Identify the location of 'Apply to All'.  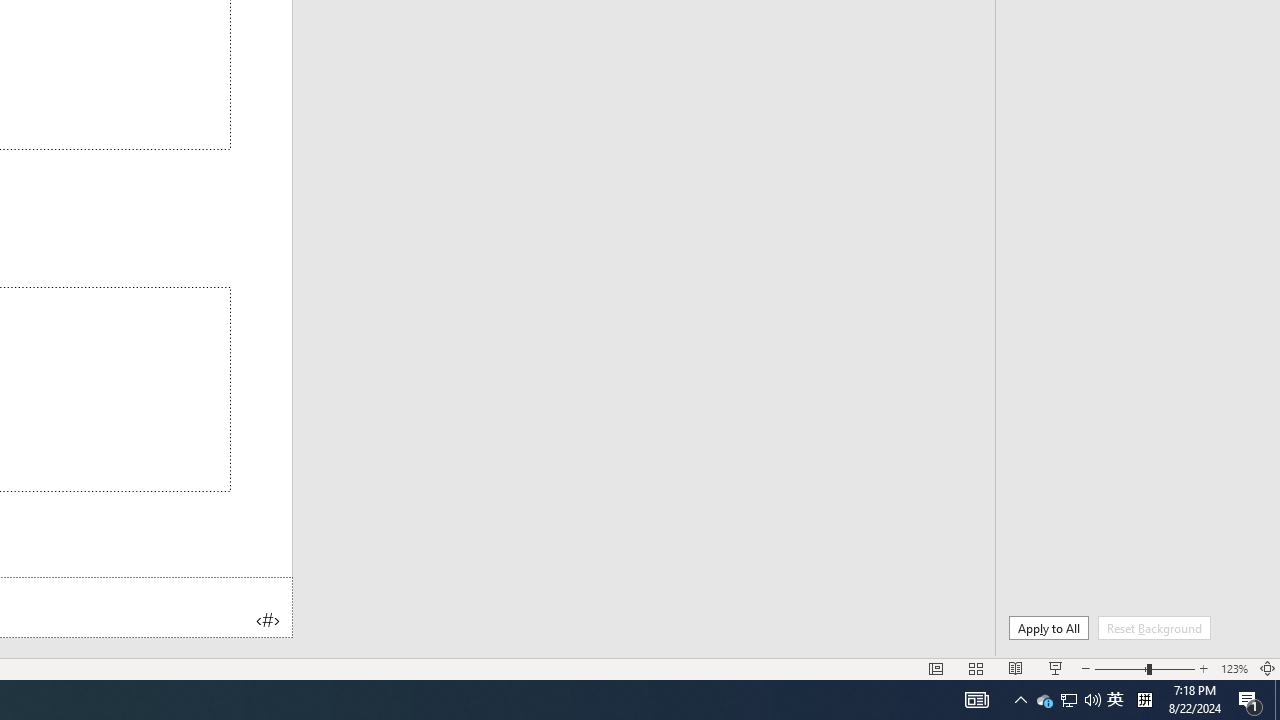
(1047, 627).